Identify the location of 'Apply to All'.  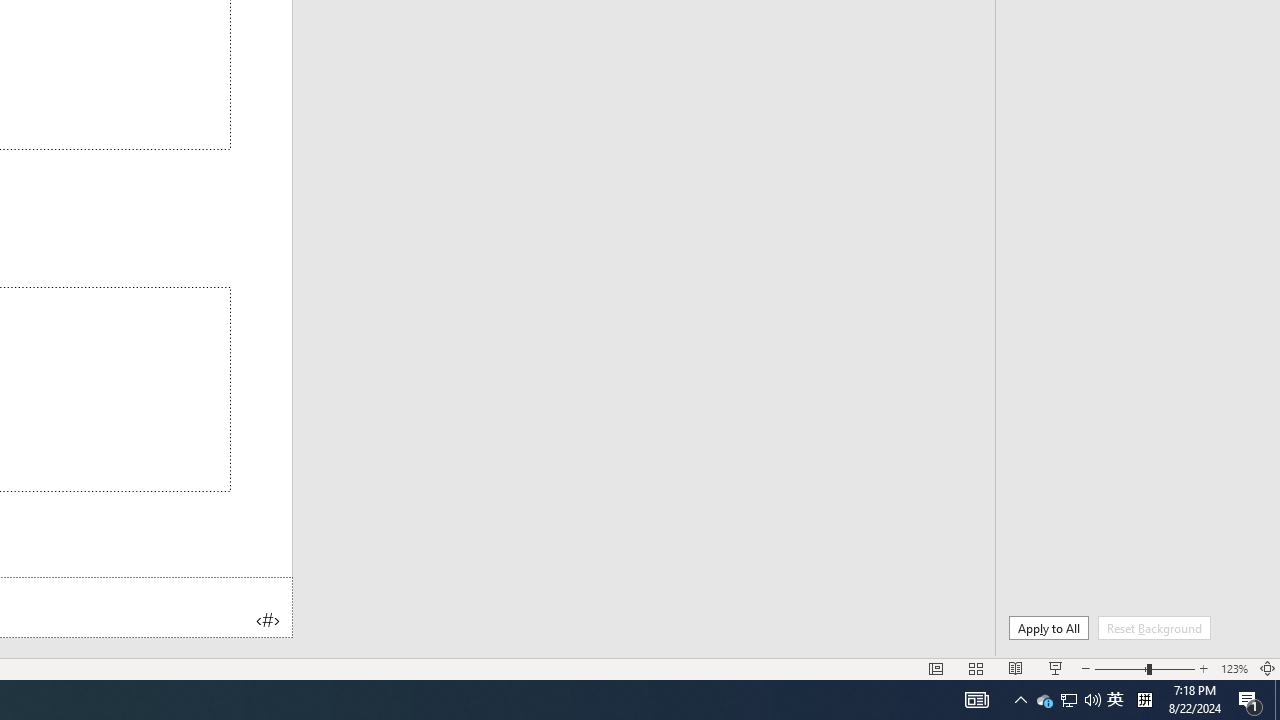
(1047, 627).